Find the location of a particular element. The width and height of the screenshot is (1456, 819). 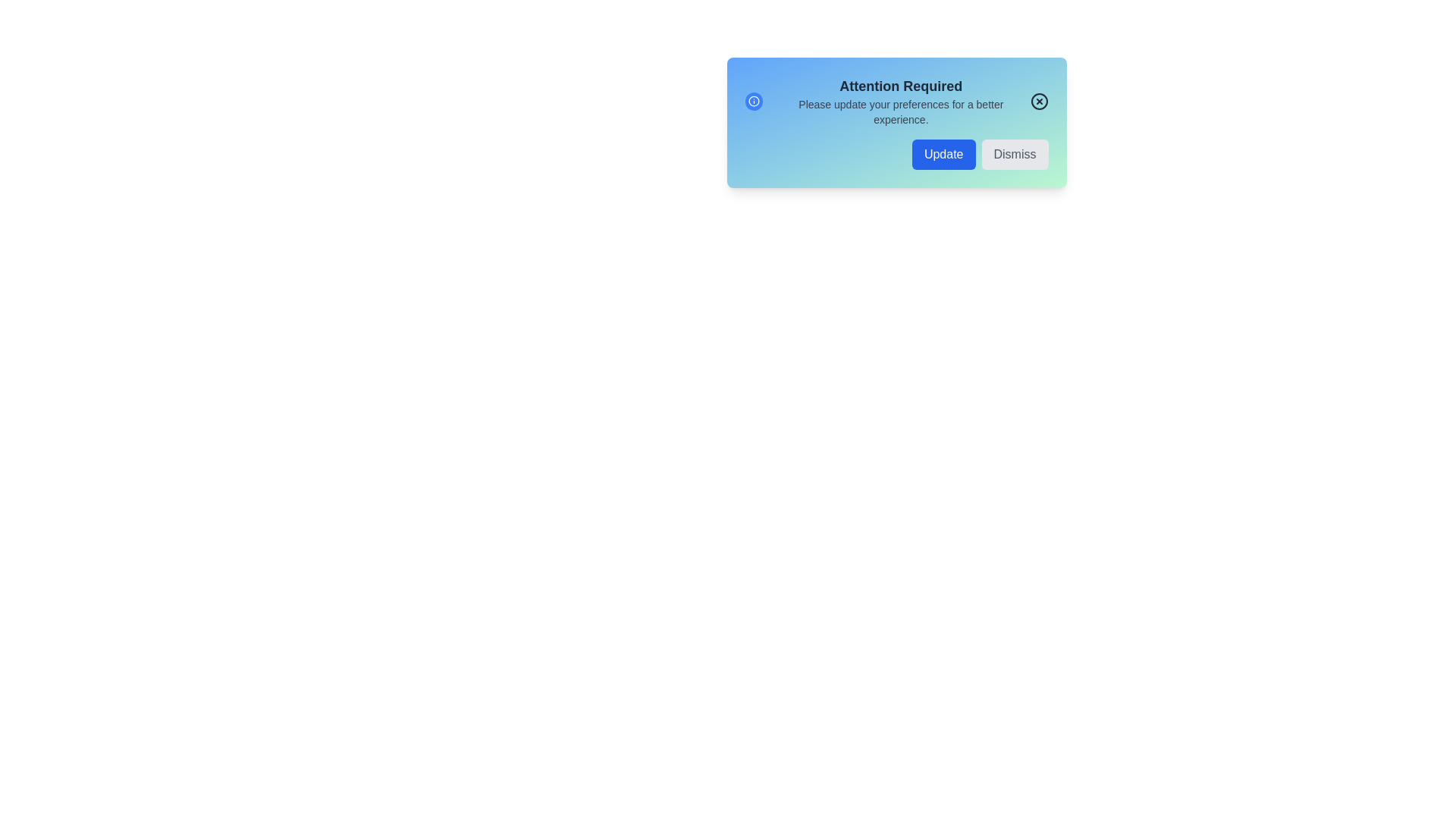

'Update' button to update preferences is located at coordinates (943, 155).